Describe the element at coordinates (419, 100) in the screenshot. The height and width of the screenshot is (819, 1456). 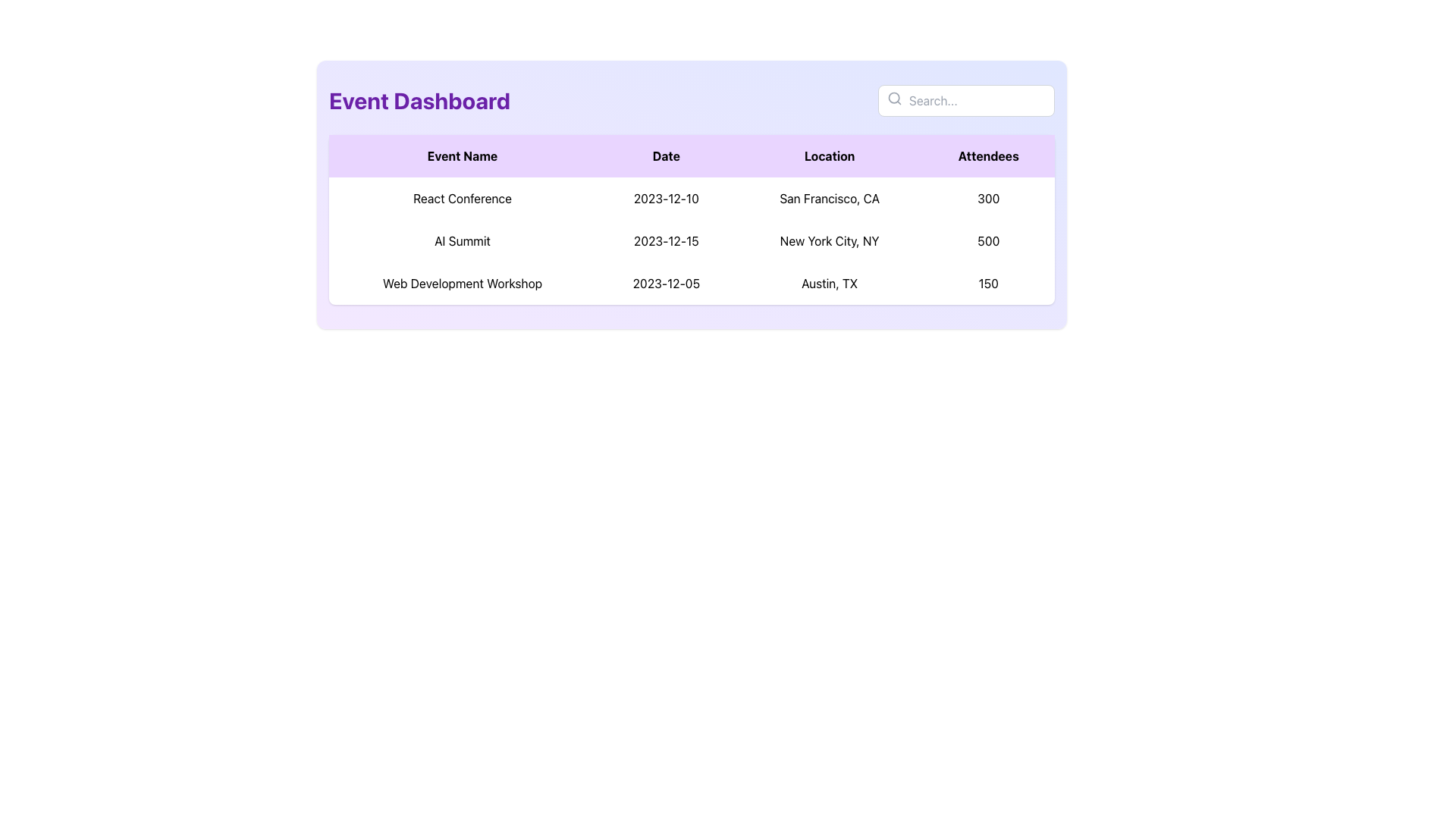
I see `the Text Header element located in the upper-left corner of the interface, which serves as the title for the event dashboard` at that location.